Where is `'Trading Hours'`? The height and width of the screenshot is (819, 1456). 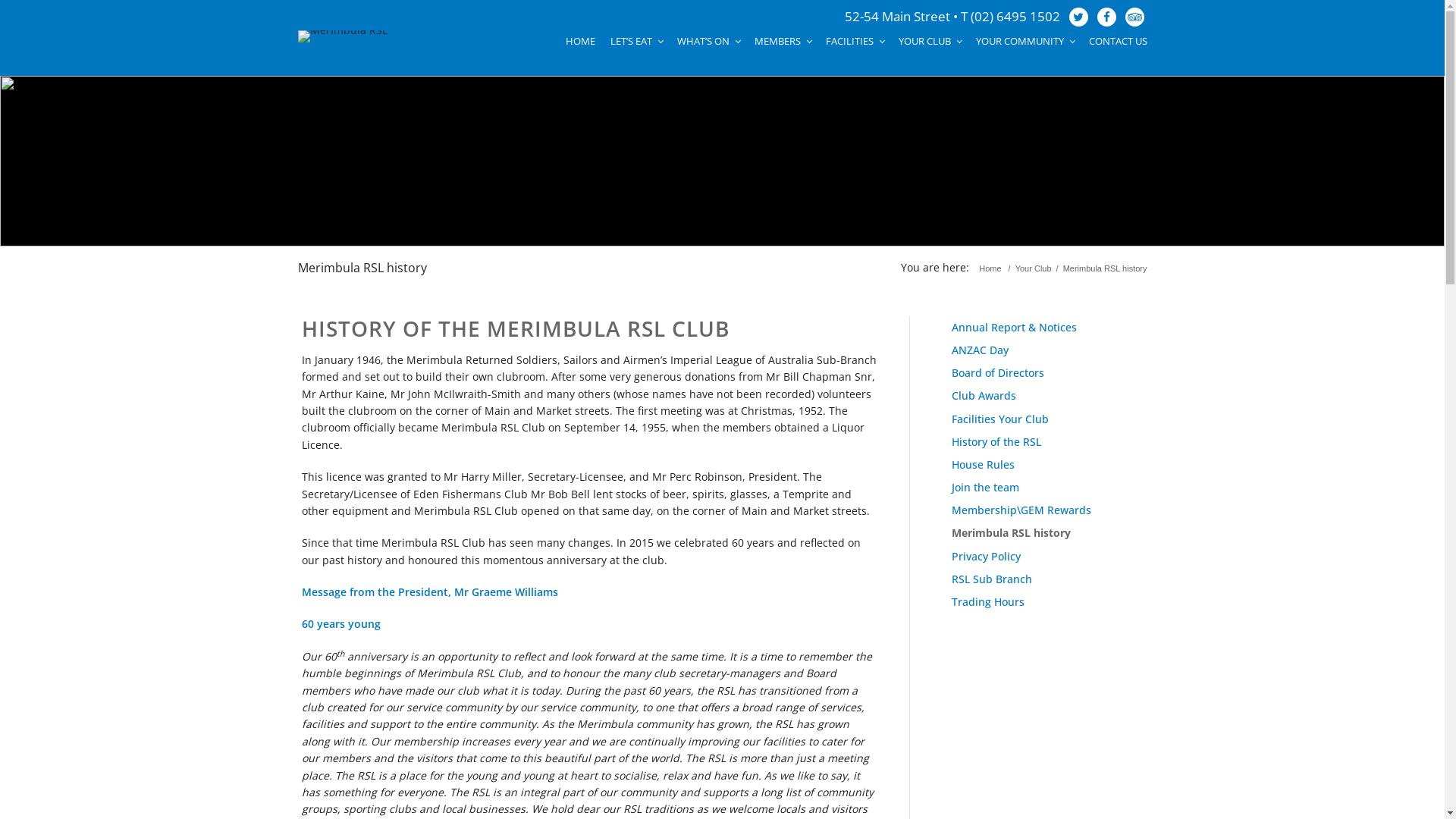
'Trading Hours' is located at coordinates (950, 601).